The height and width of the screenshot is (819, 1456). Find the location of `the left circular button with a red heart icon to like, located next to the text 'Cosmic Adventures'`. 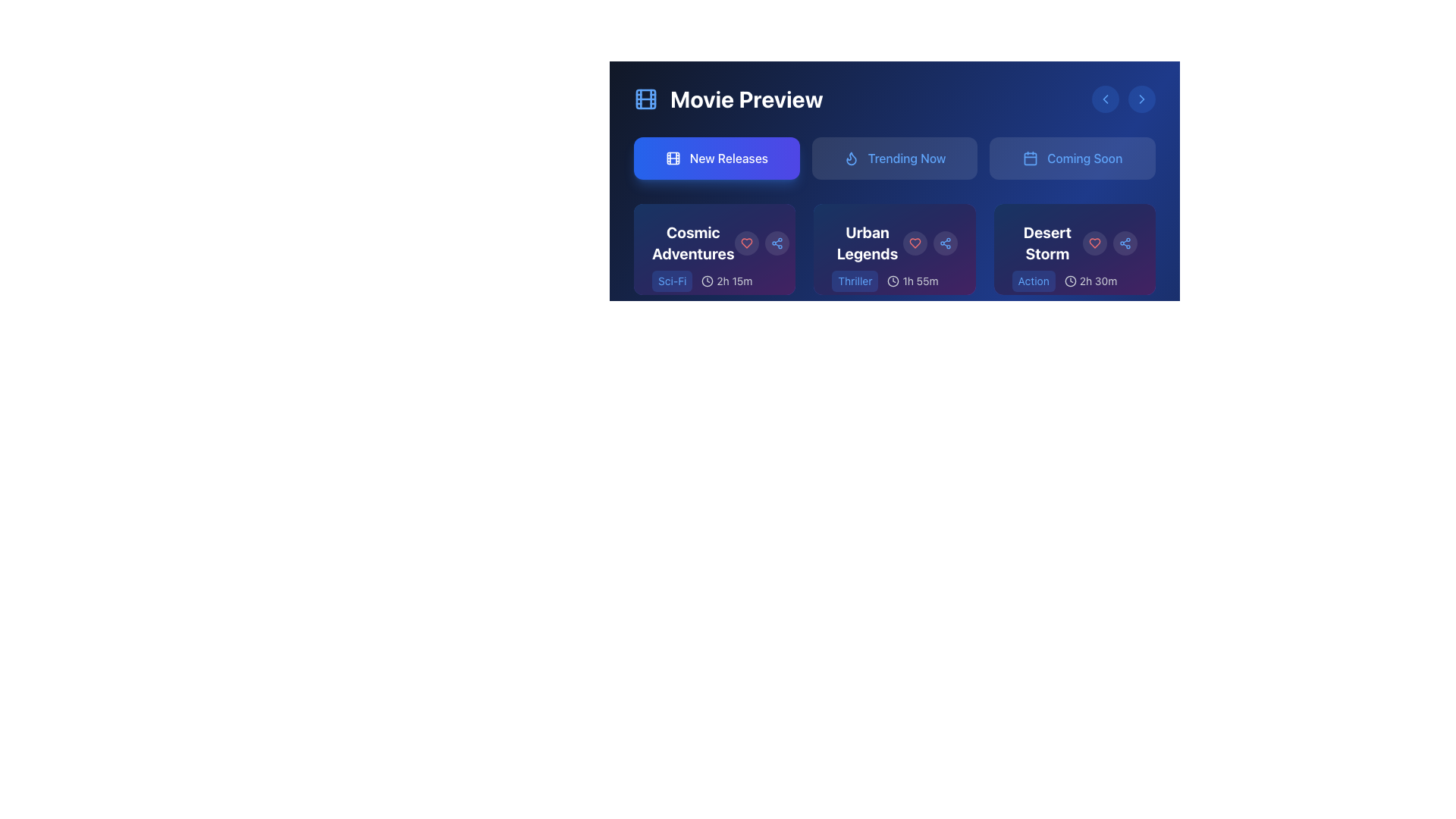

the left circular button with a red heart icon to like, located next to the text 'Cosmic Adventures' is located at coordinates (761, 242).